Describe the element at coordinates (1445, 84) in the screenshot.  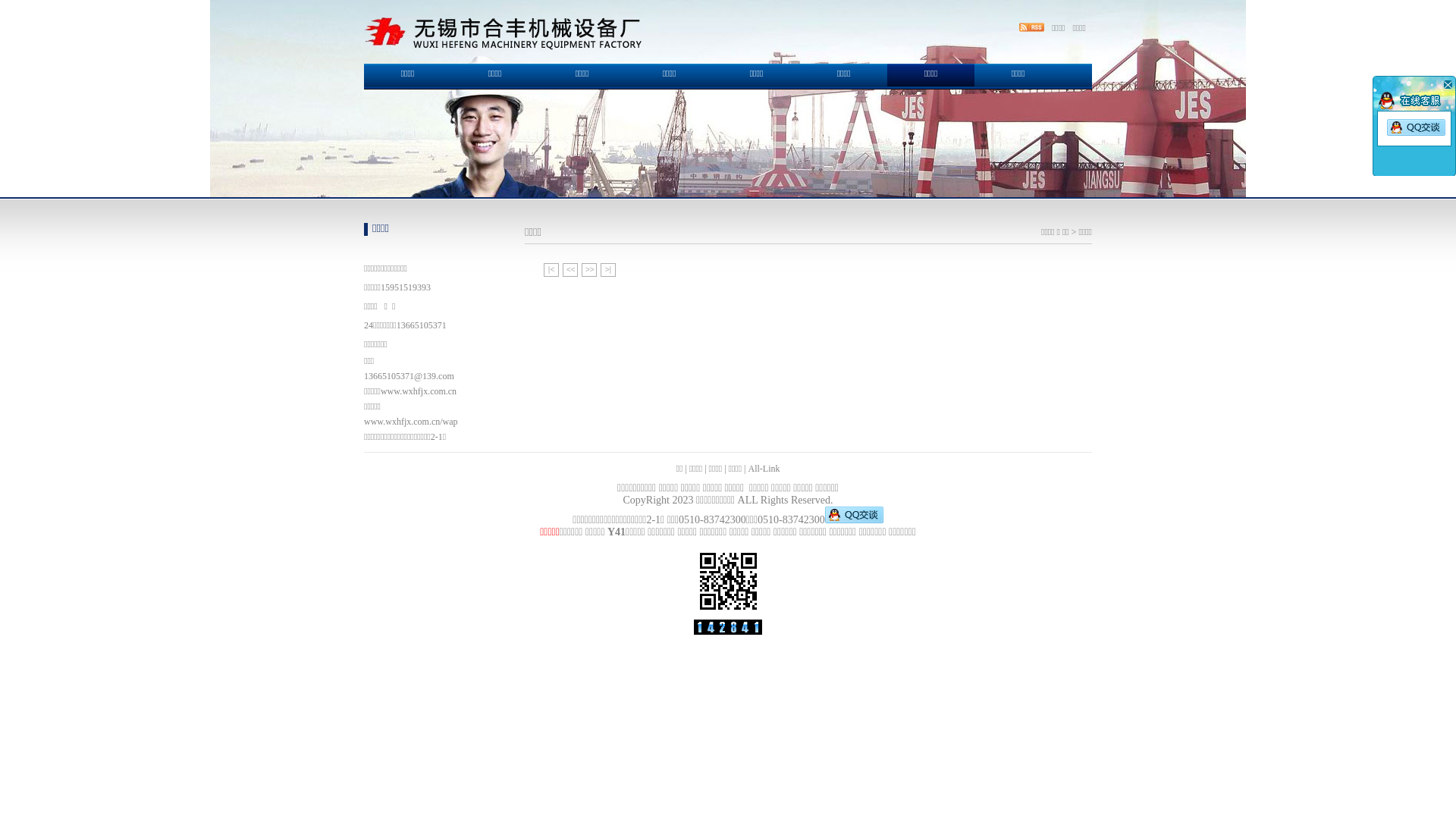
I see `' '` at that location.